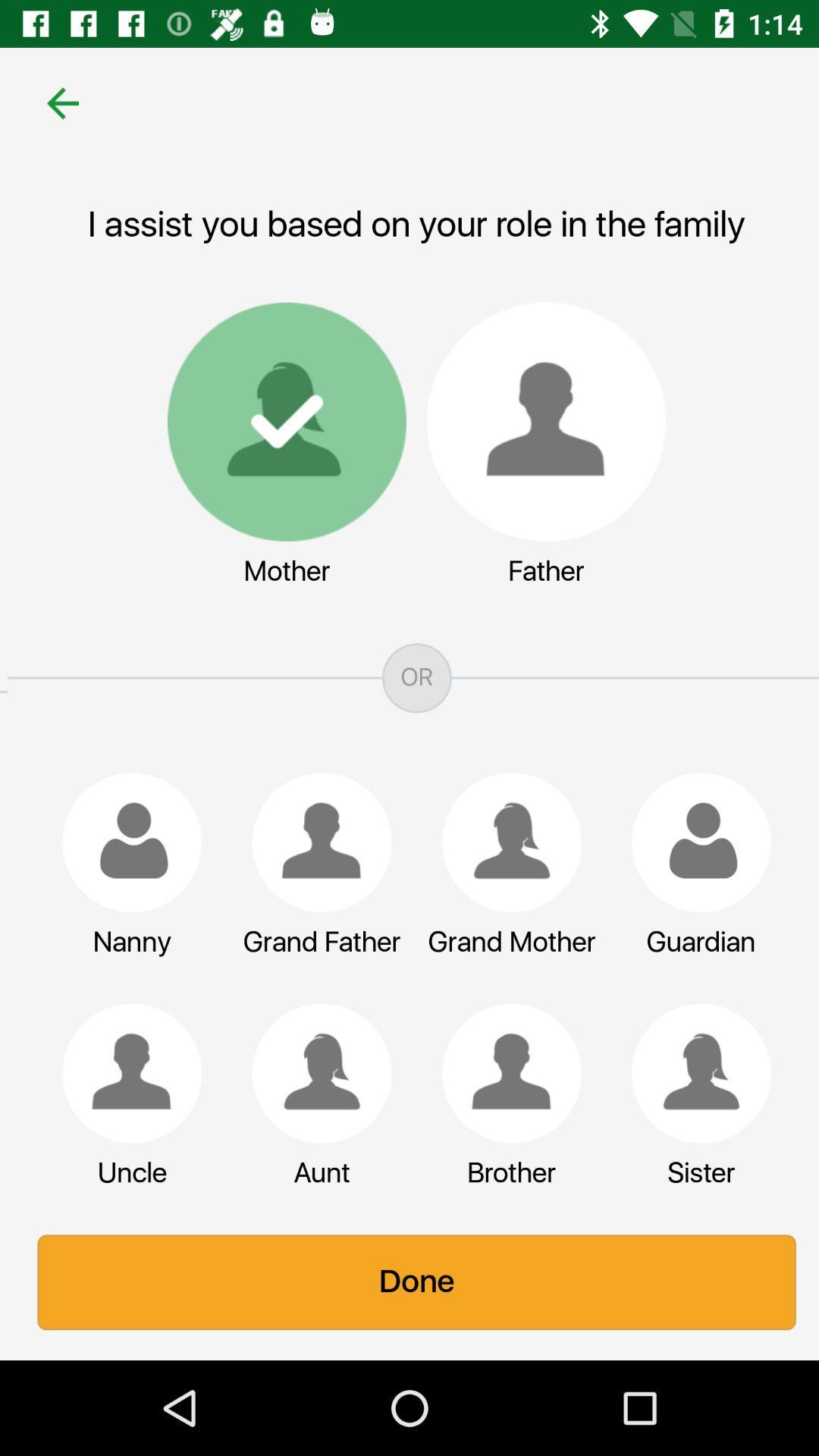 This screenshot has width=819, height=1456. Describe the element at coordinates (694, 1072) in the screenshot. I see `relative` at that location.